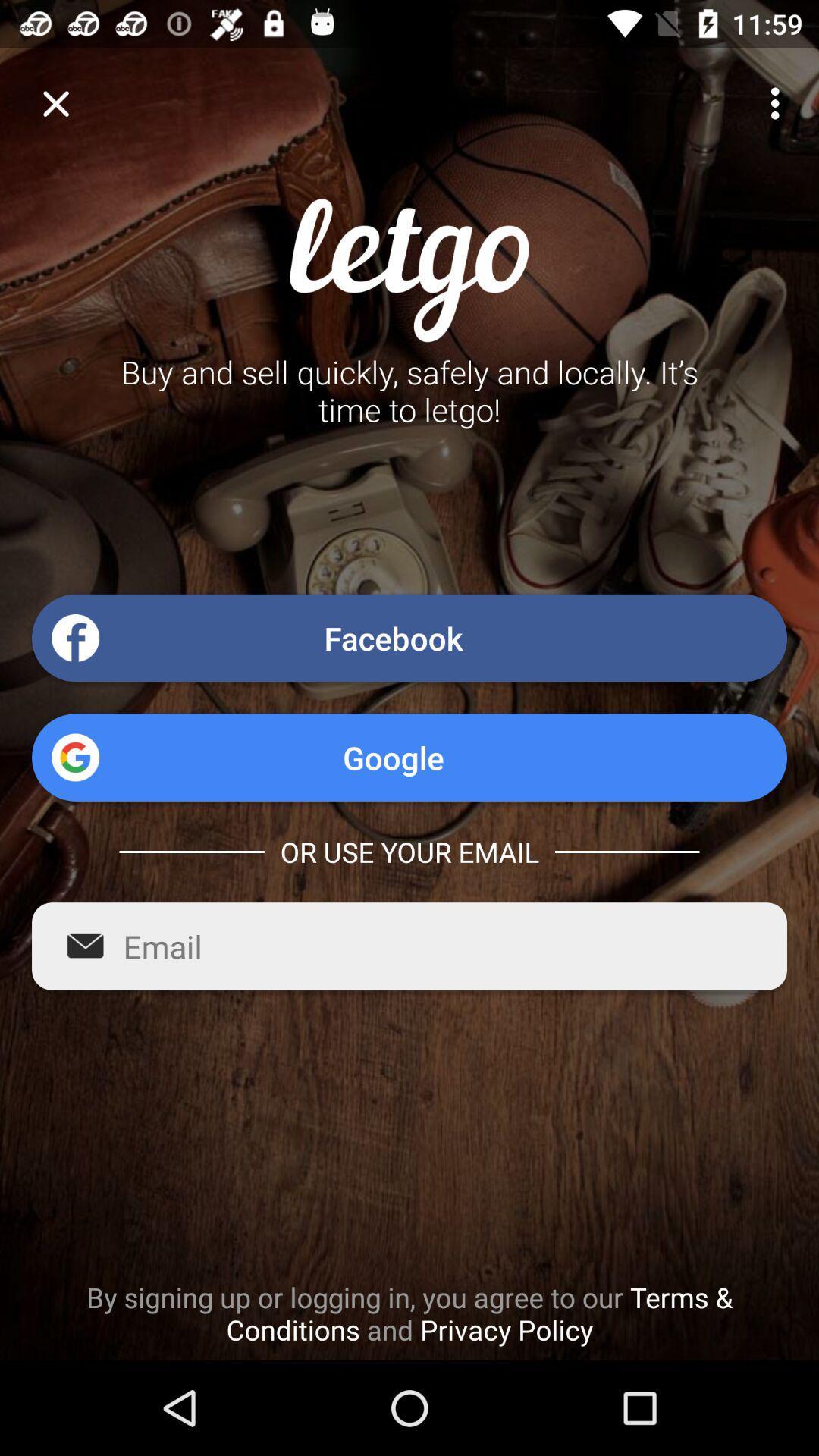  What do you see at coordinates (55, 102) in the screenshot?
I see `exit login page` at bounding box center [55, 102].